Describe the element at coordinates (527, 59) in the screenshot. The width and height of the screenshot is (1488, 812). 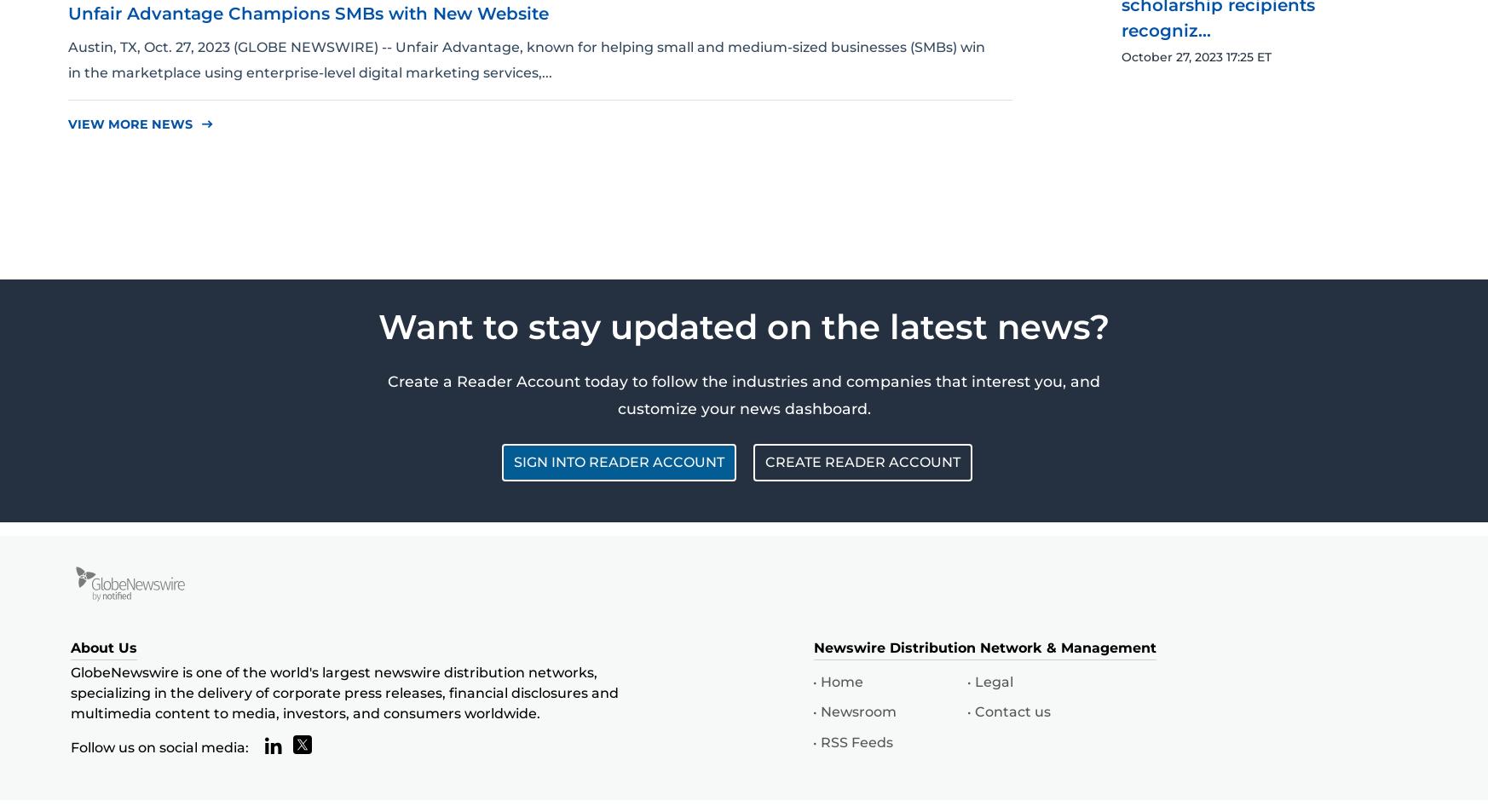
I see `'Austin, TX, Oct.  27, 2023  (GLOBE NEWSWIRE) -- Unfair Advantage, known for helping small and medium-sized businesses (SMBs) win in the marketplace using enterprise-level digital marketing services,...'` at that location.